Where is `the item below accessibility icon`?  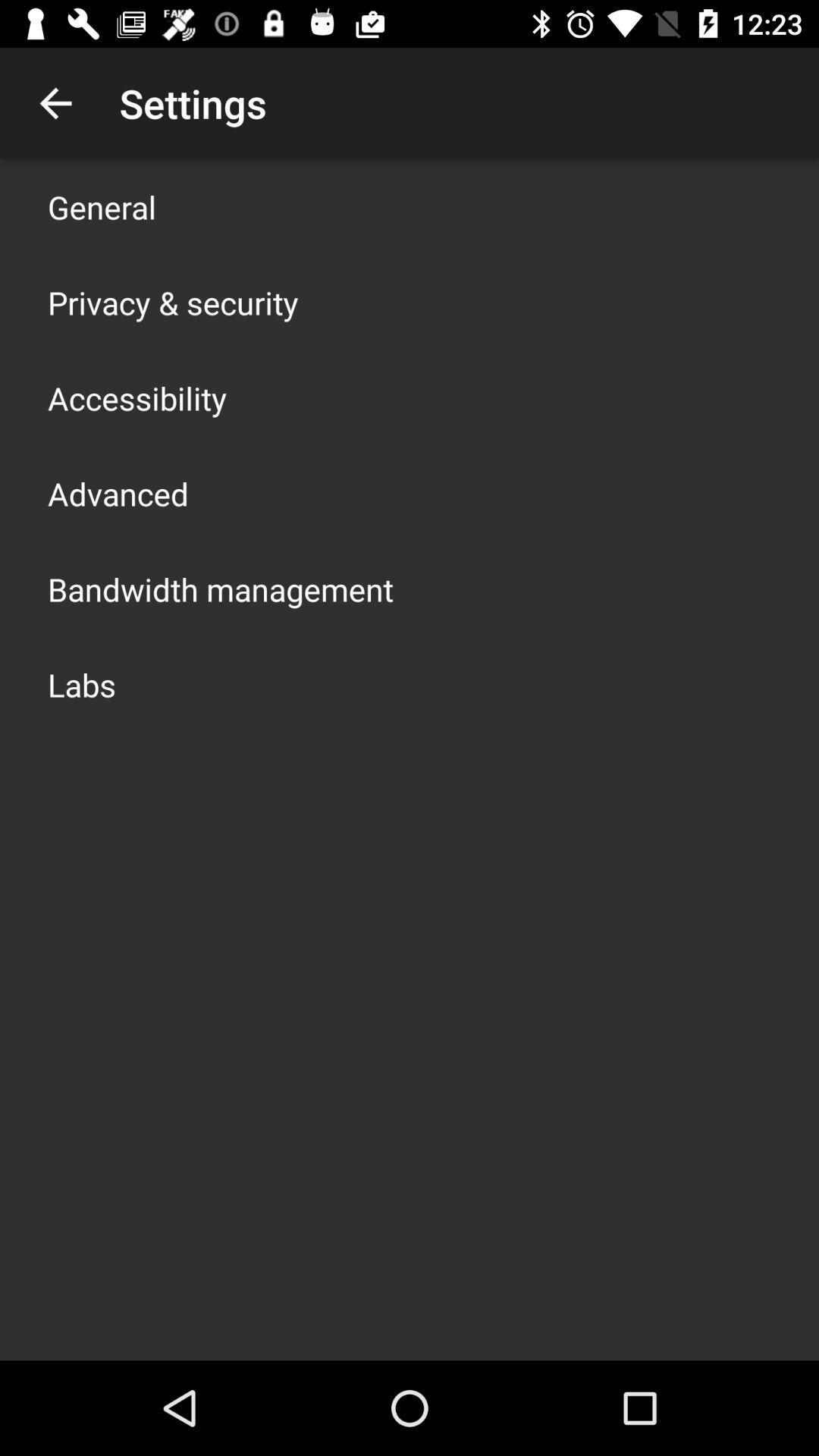
the item below accessibility icon is located at coordinates (117, 494).